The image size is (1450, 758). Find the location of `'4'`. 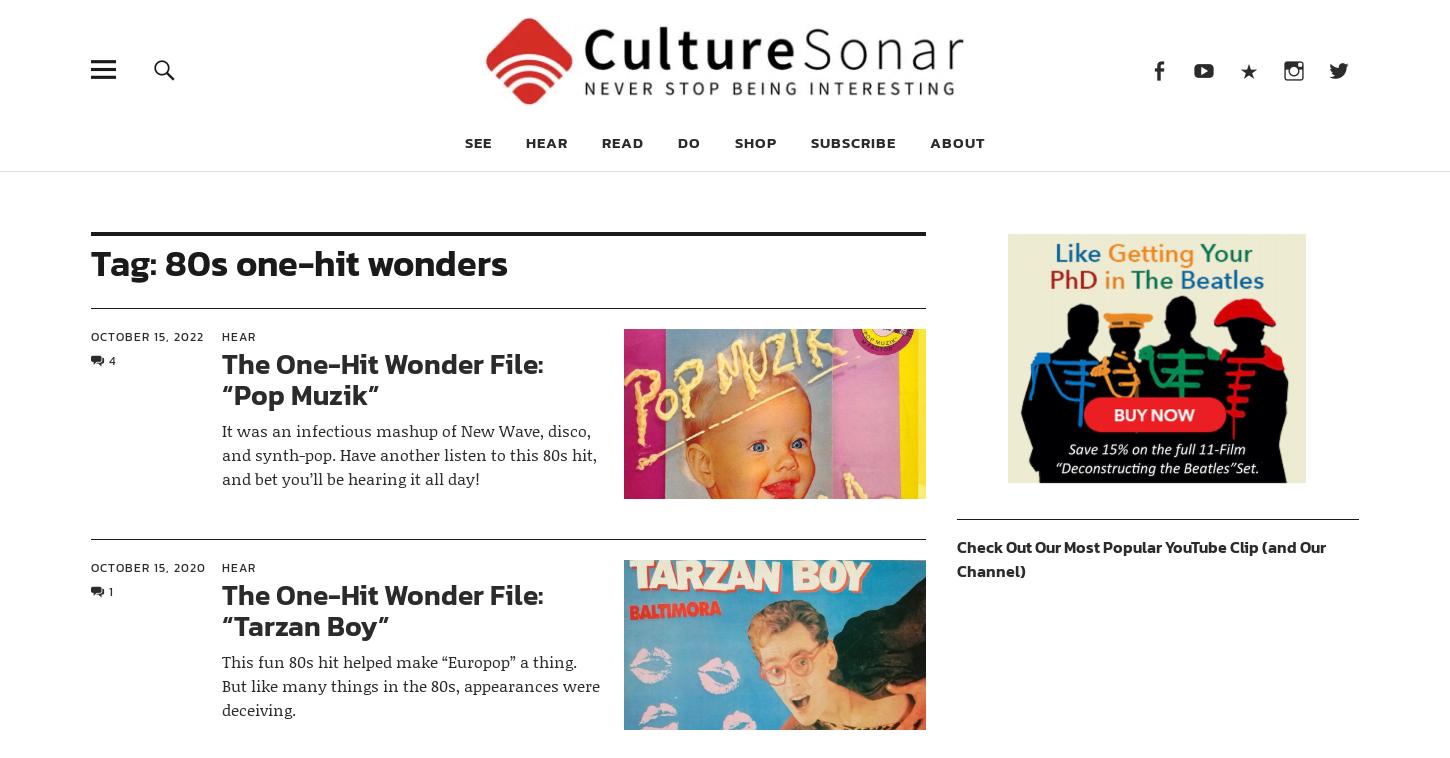

'4' is located at coordinates (111, 361).